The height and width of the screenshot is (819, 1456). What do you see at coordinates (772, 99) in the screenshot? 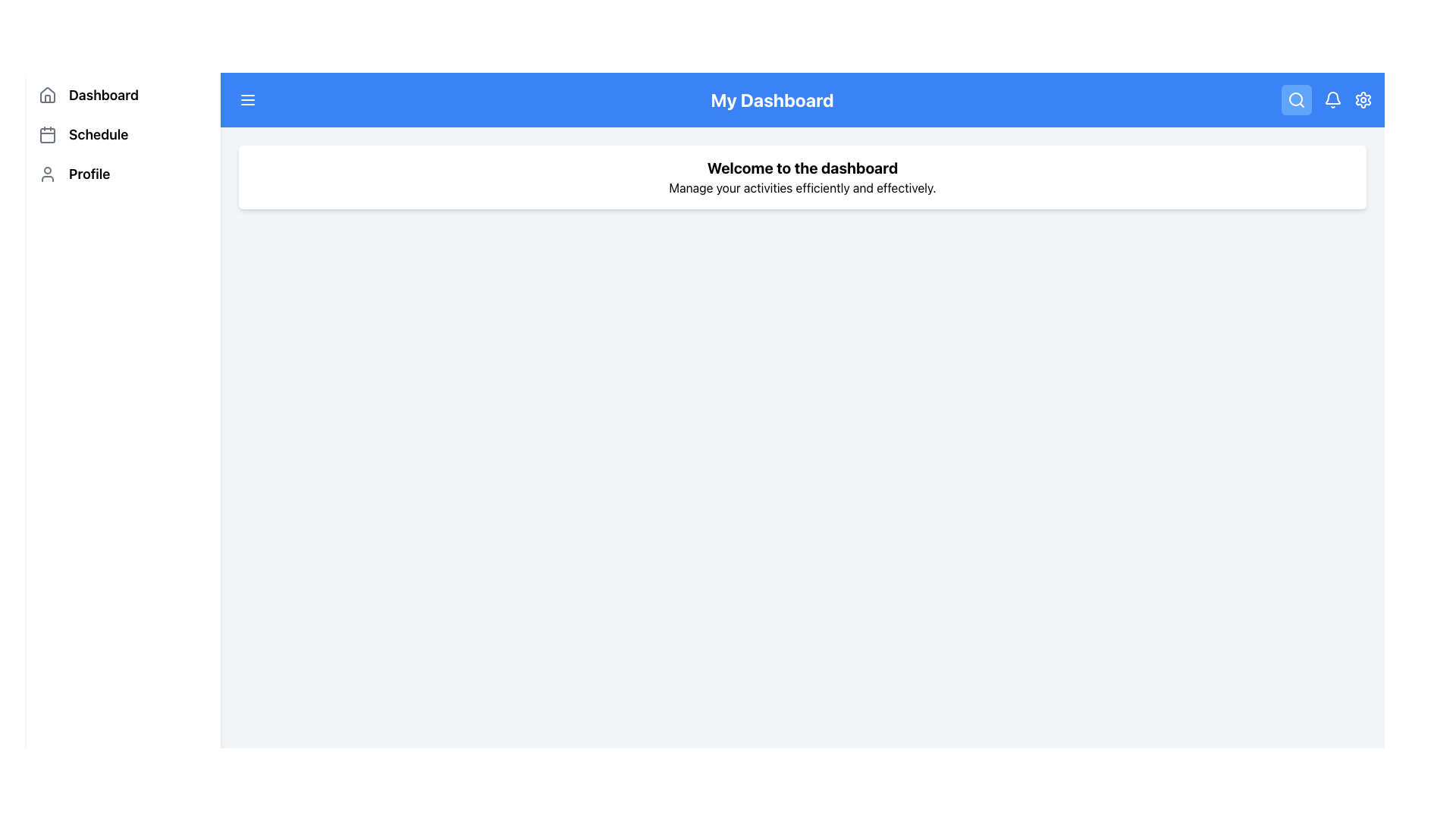
I see `the 'My Dashboard' text element displayed in bold at the center top of the blue banner` at bounding box center [772, 99].